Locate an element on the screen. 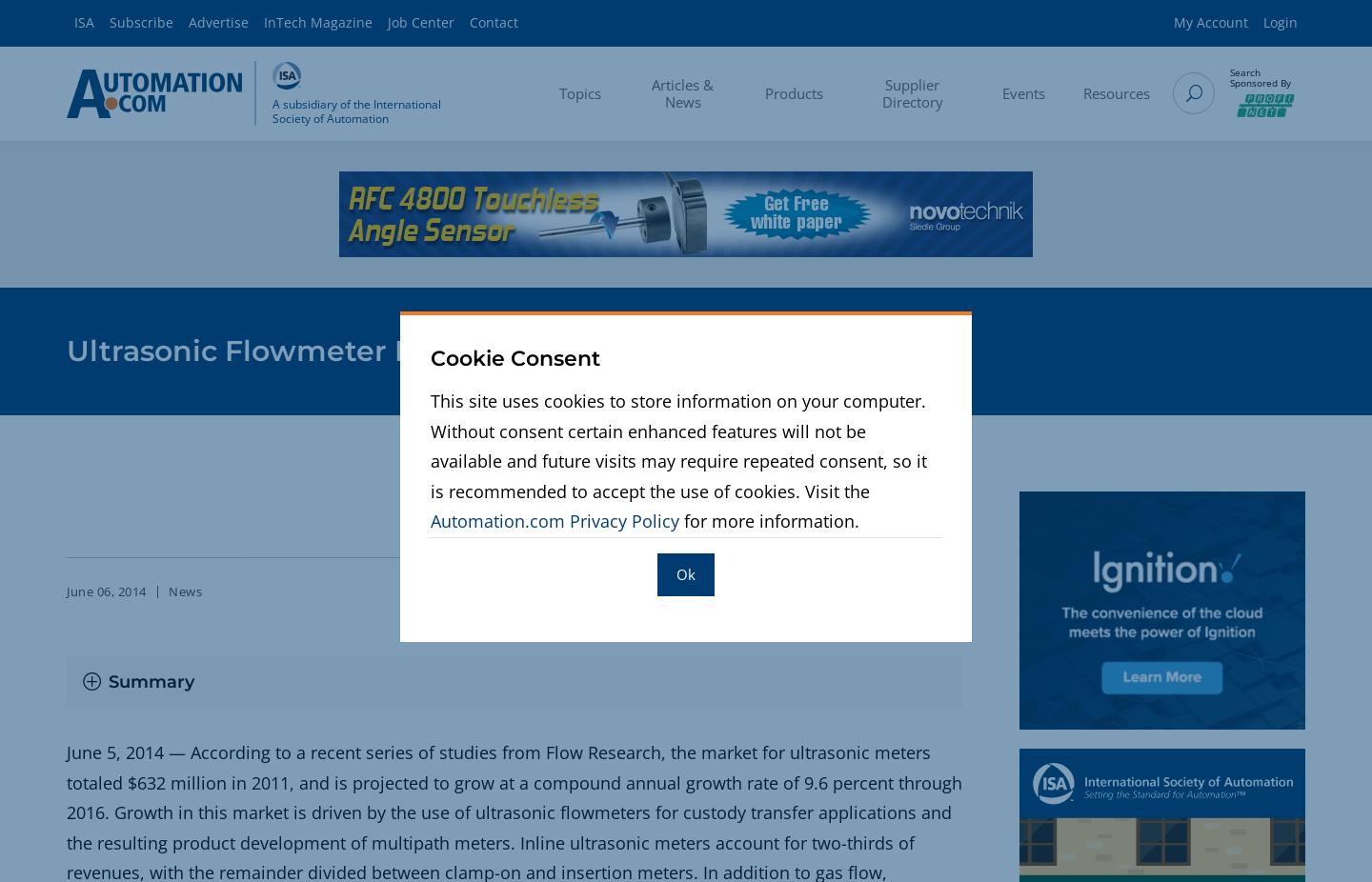 The width and height of the screenshot is (1372, 882). 'for more information.' is located at coordinates (769, 519).